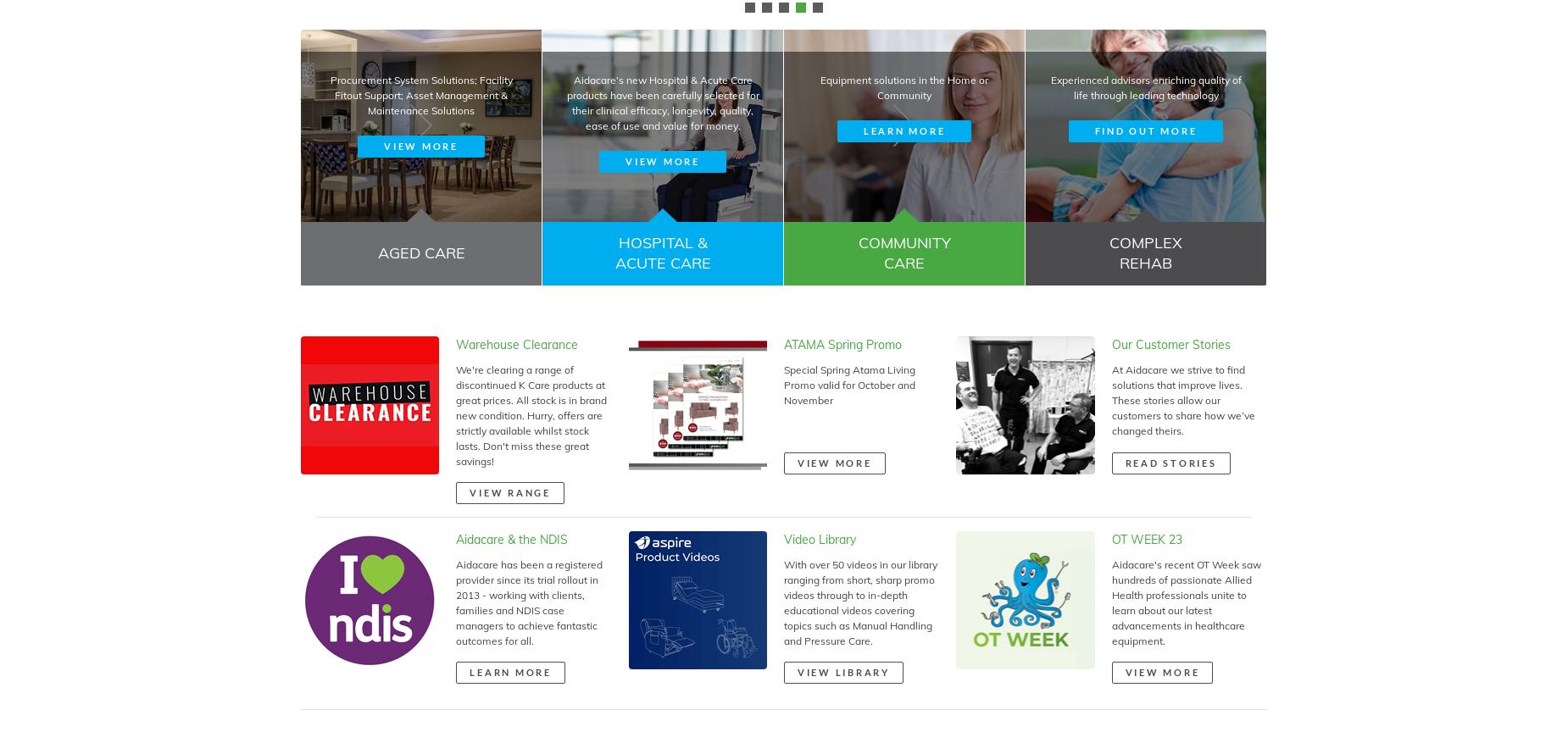 Image resolution: width=1568 pixels, height=732 pixels. I want to click on 'Hospital & Acute Care', so click(662, 252).